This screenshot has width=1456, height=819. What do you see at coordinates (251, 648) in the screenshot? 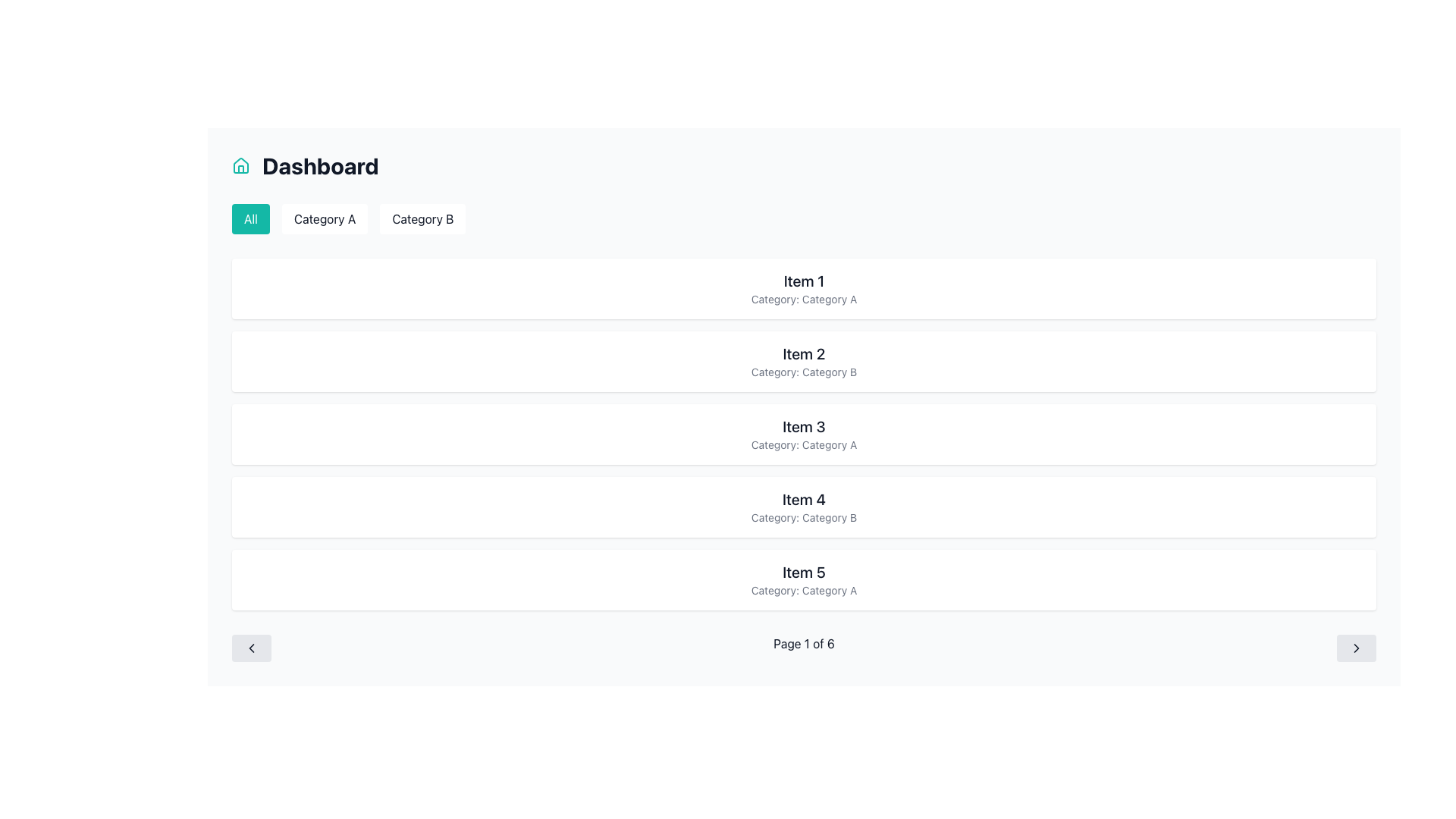
I see `the left arrow icon located in the bottom left corner of the page` at bounding box center [251, 648].